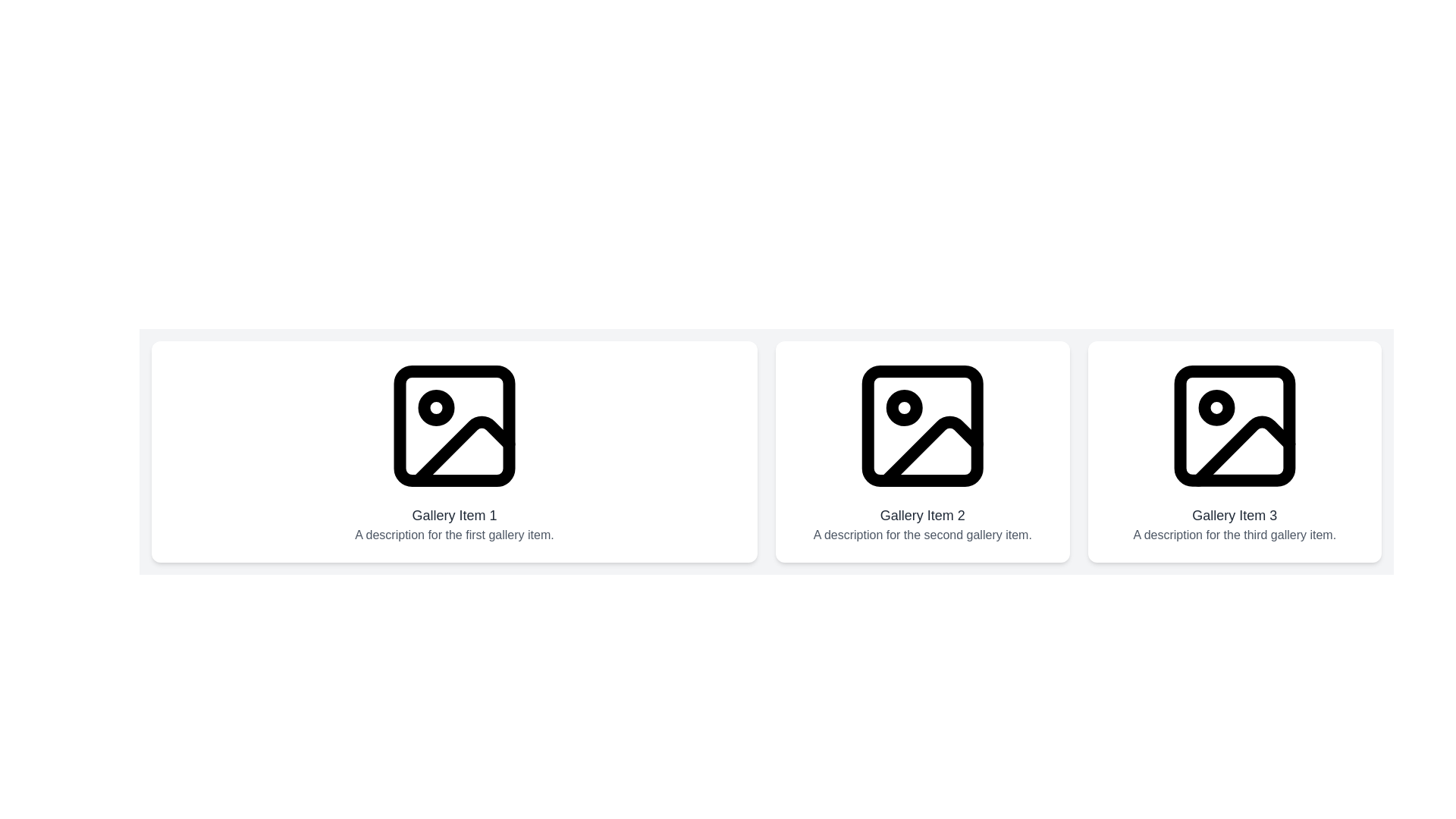  Describe the element at coordinates (1235, 534) in the screenshot. I see `the descriptive text label for the third gallery item, which provides contextual information about the gallery content` at that location.